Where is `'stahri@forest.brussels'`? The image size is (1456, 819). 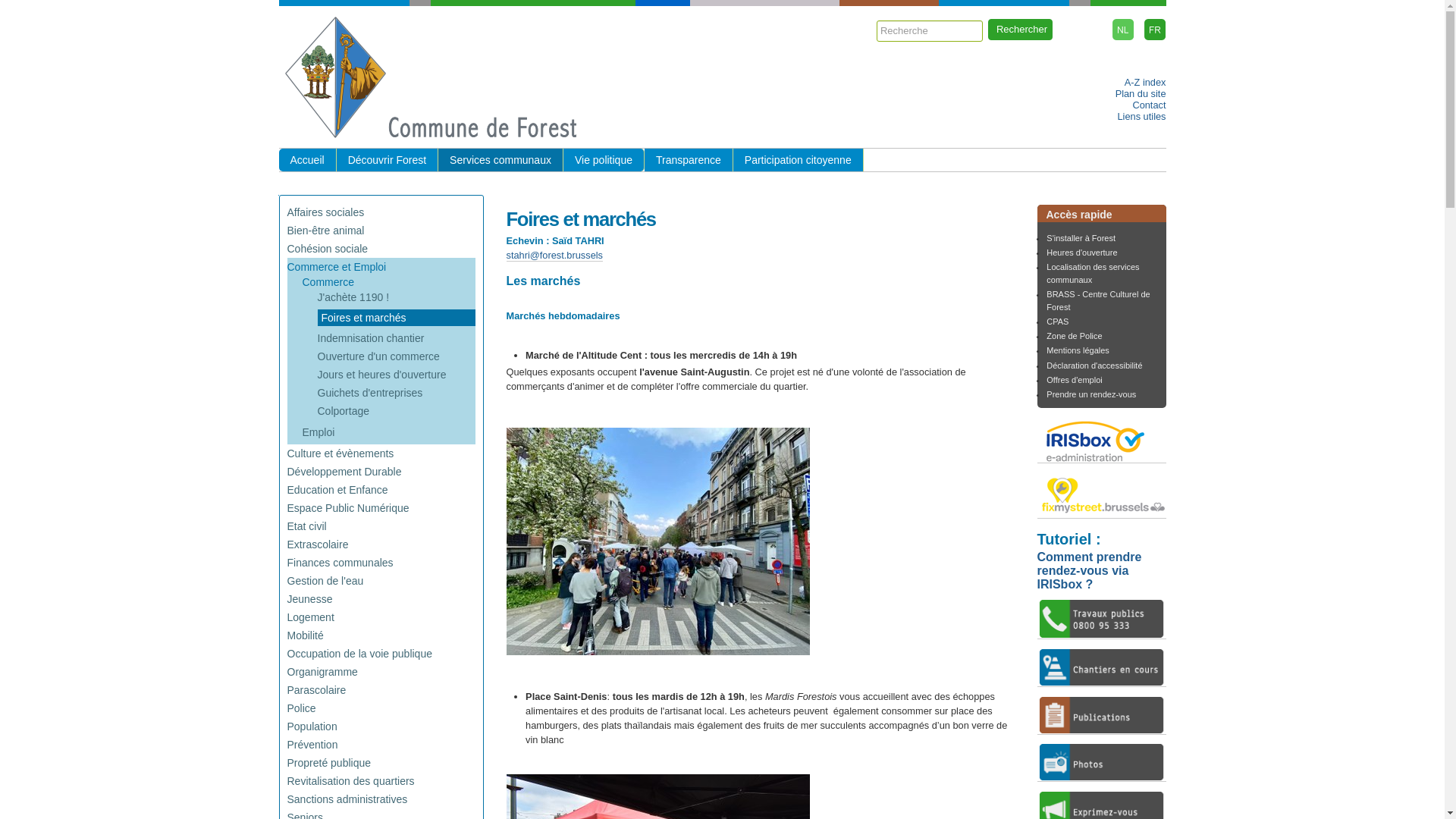
'stahri@forest.brussels' is located at coordinates (506, 254).